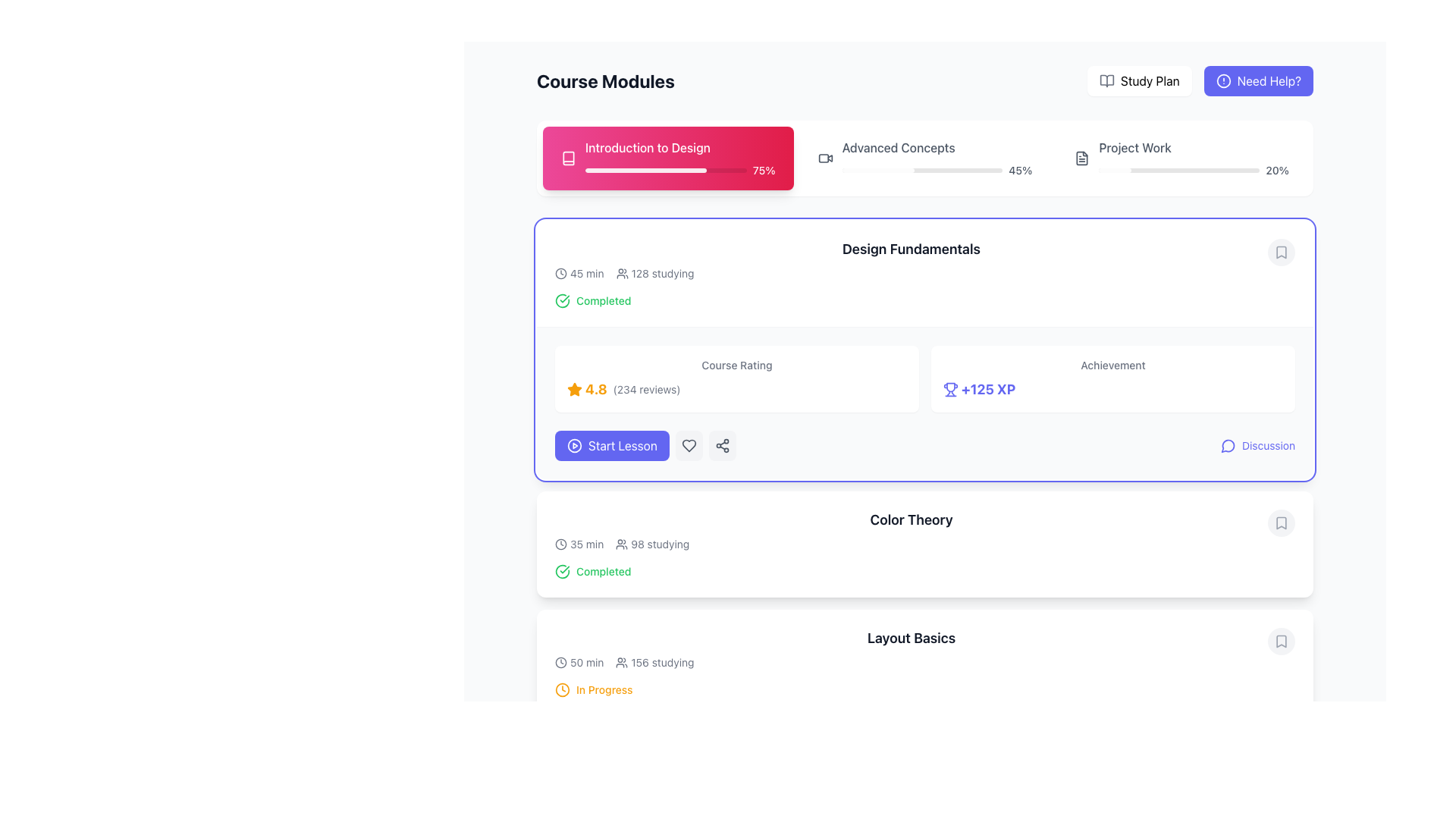 The width and height of the screenshot is (1456, 819). I want to click on the 'Need Help?' button, which contains an alert icon positioned at the top-right corner of the interface, so click(1223, 81).